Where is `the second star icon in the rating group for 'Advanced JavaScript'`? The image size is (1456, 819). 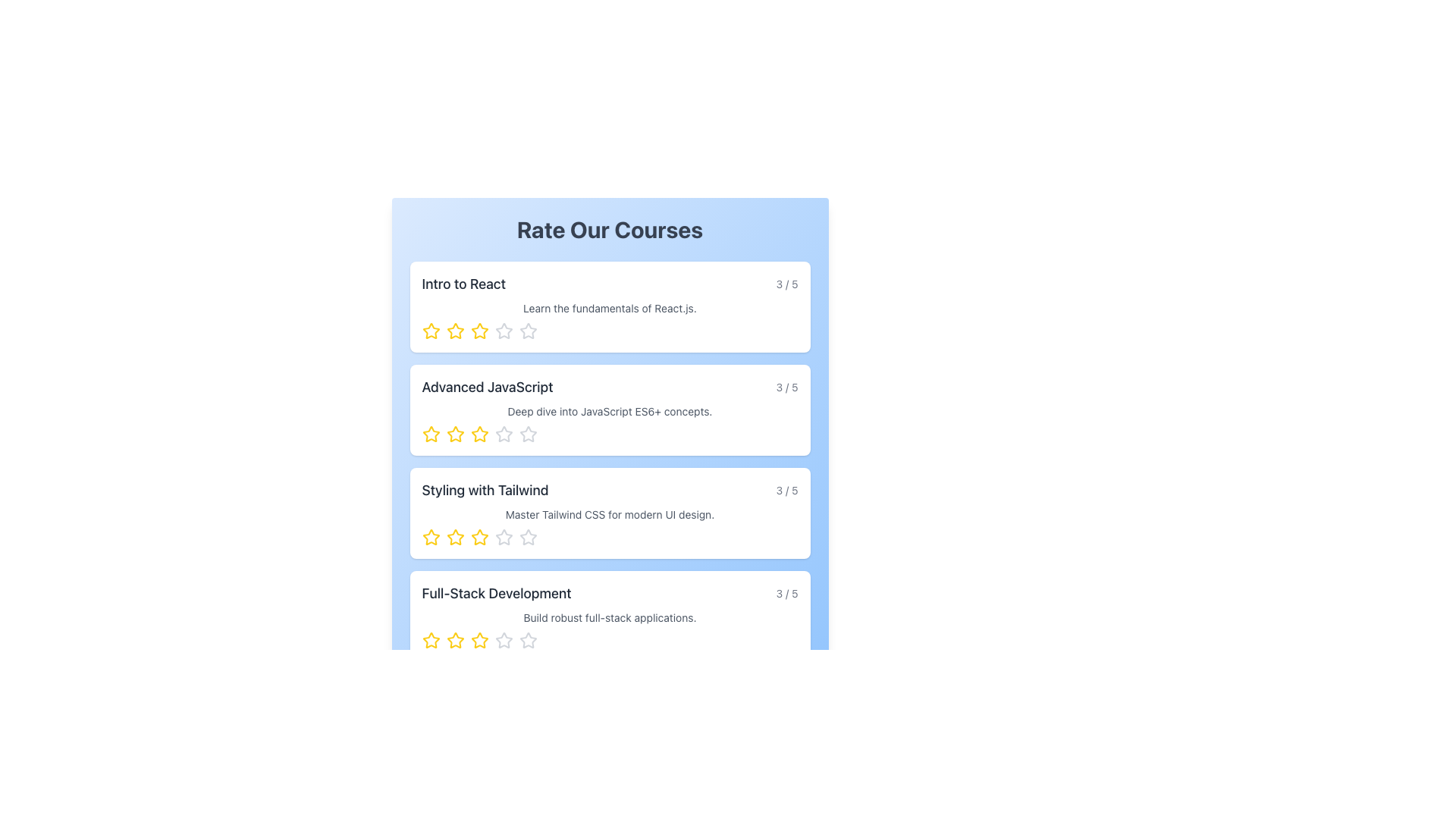
the second star icon in the rating group for 'Advanced JavaScript' is located at coordinates (454, 435).